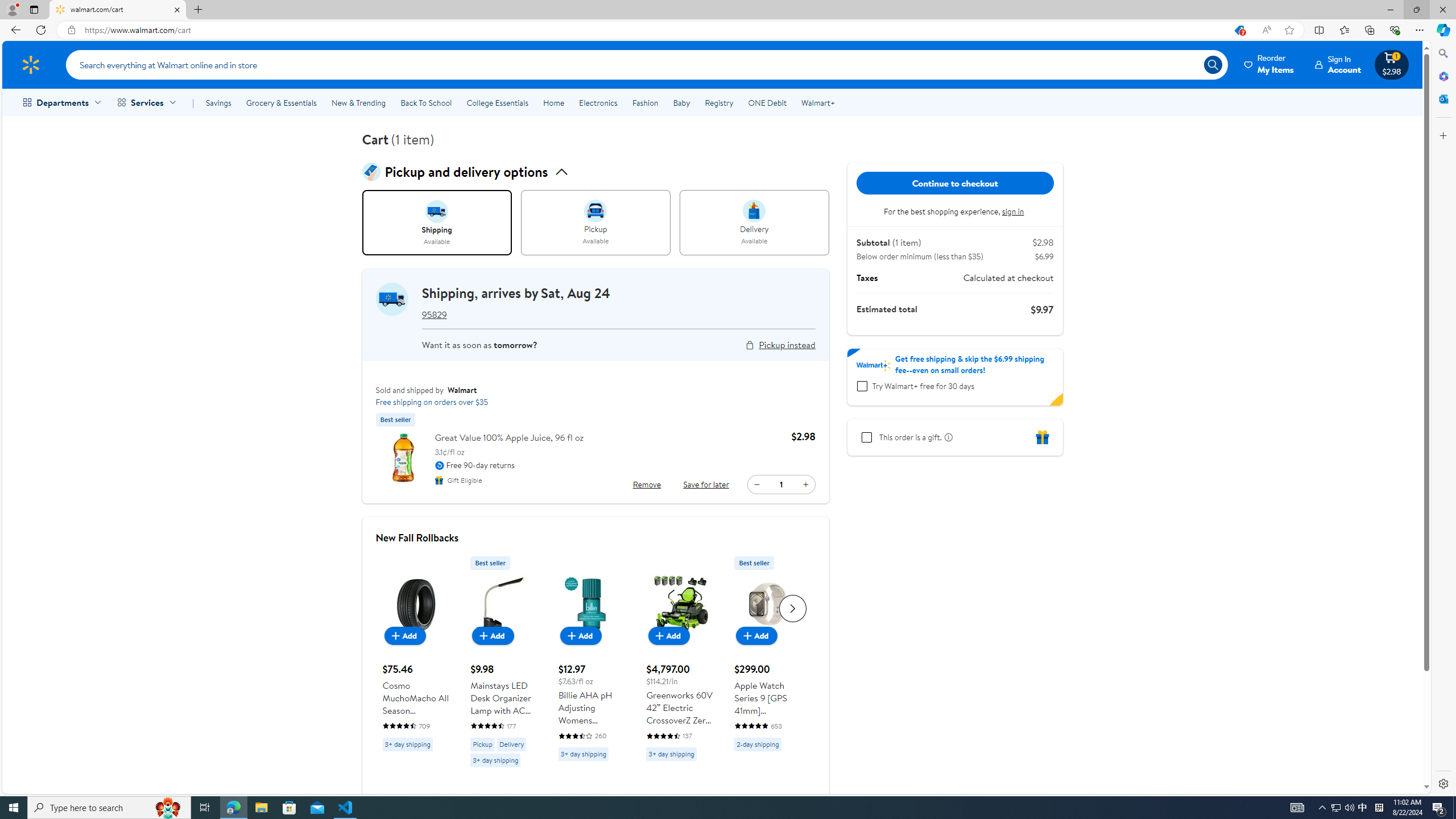 This screenshot has height=819, width=1456. I want to click on 'Walmart Homepage', so click(30, 64).